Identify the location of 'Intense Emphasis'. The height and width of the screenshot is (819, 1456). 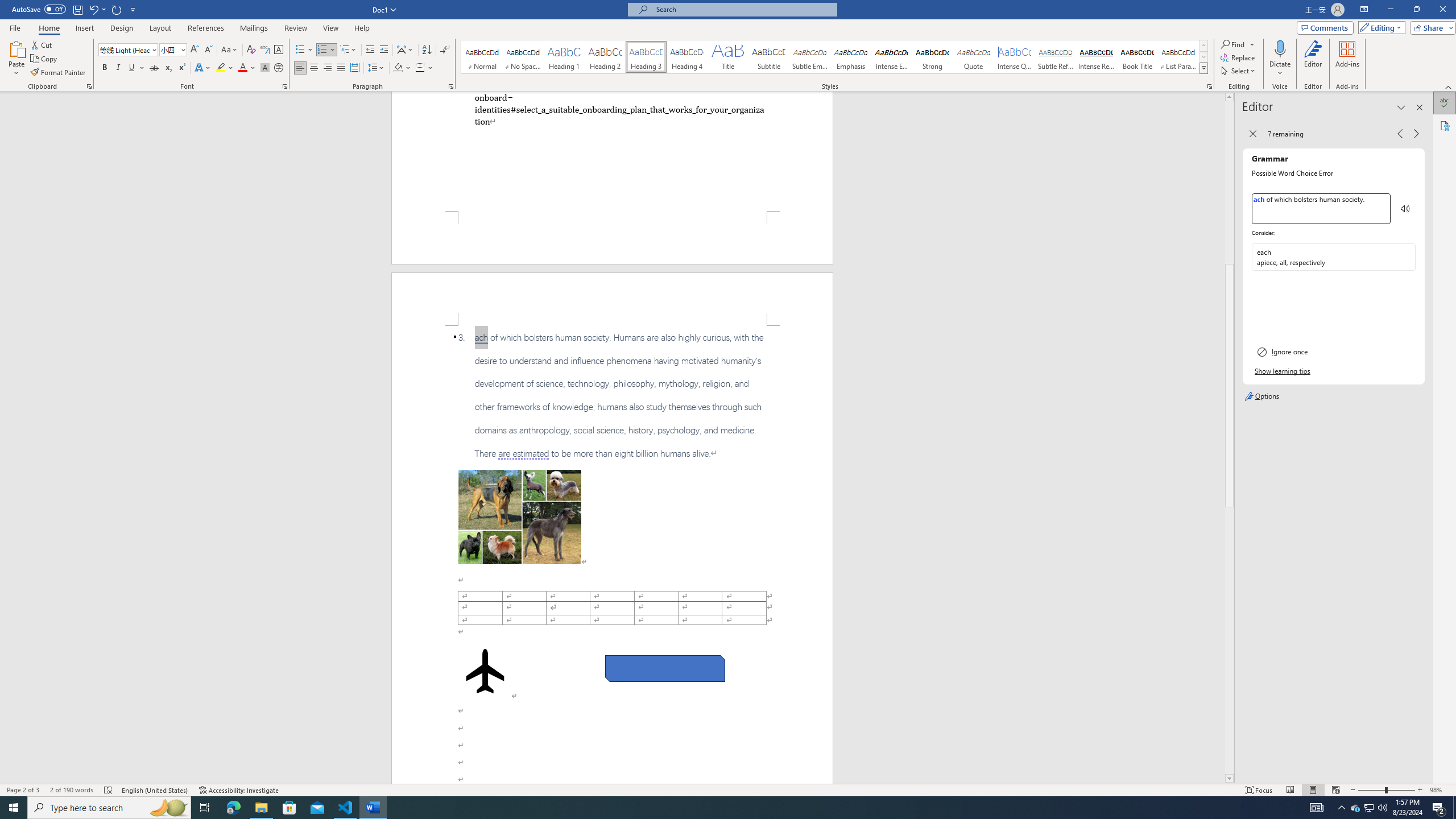
(892, 56).